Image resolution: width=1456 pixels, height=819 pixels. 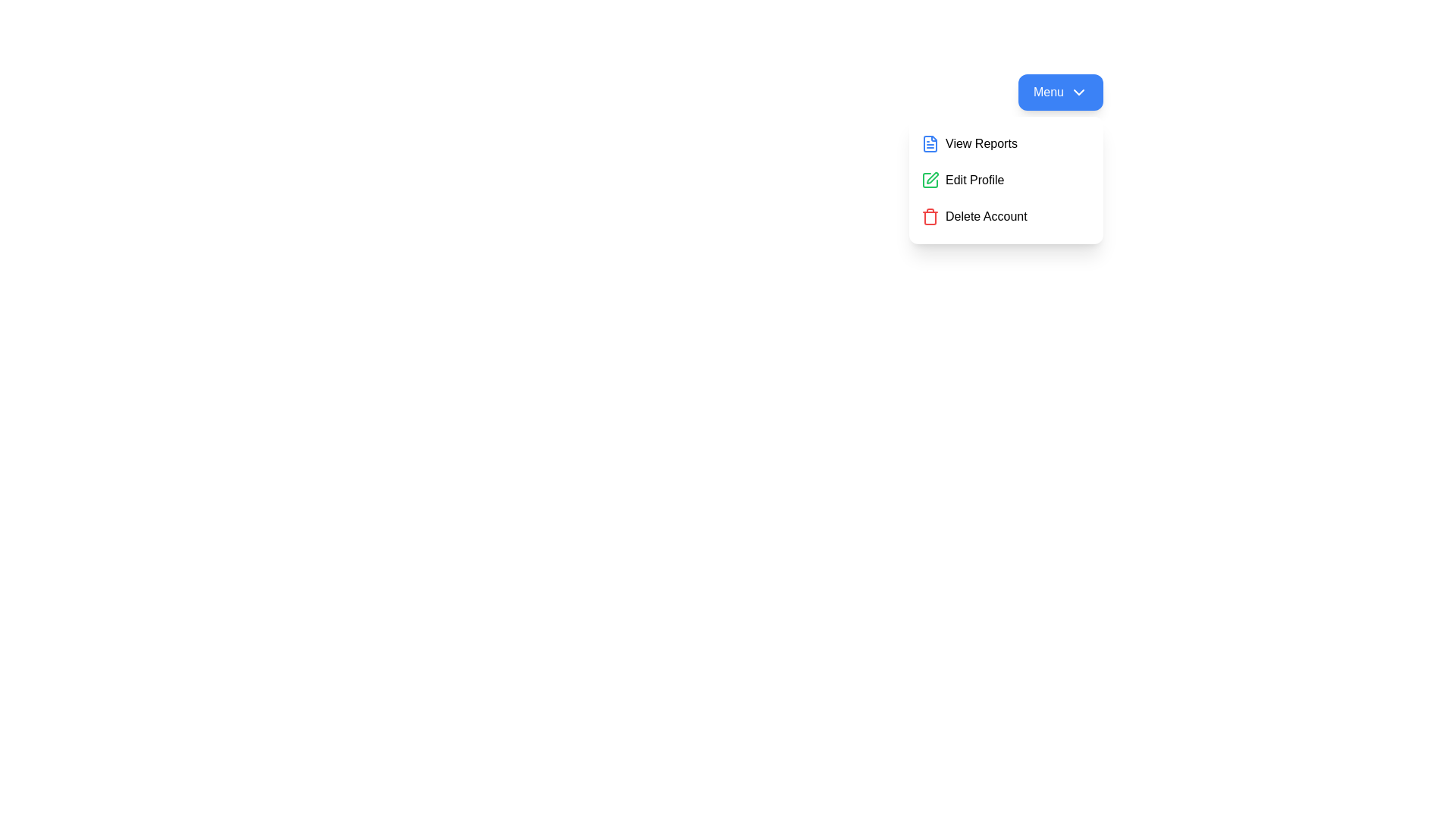 I want to click on the 'View Reports' option in the menu, so click(x=1006, y=143).